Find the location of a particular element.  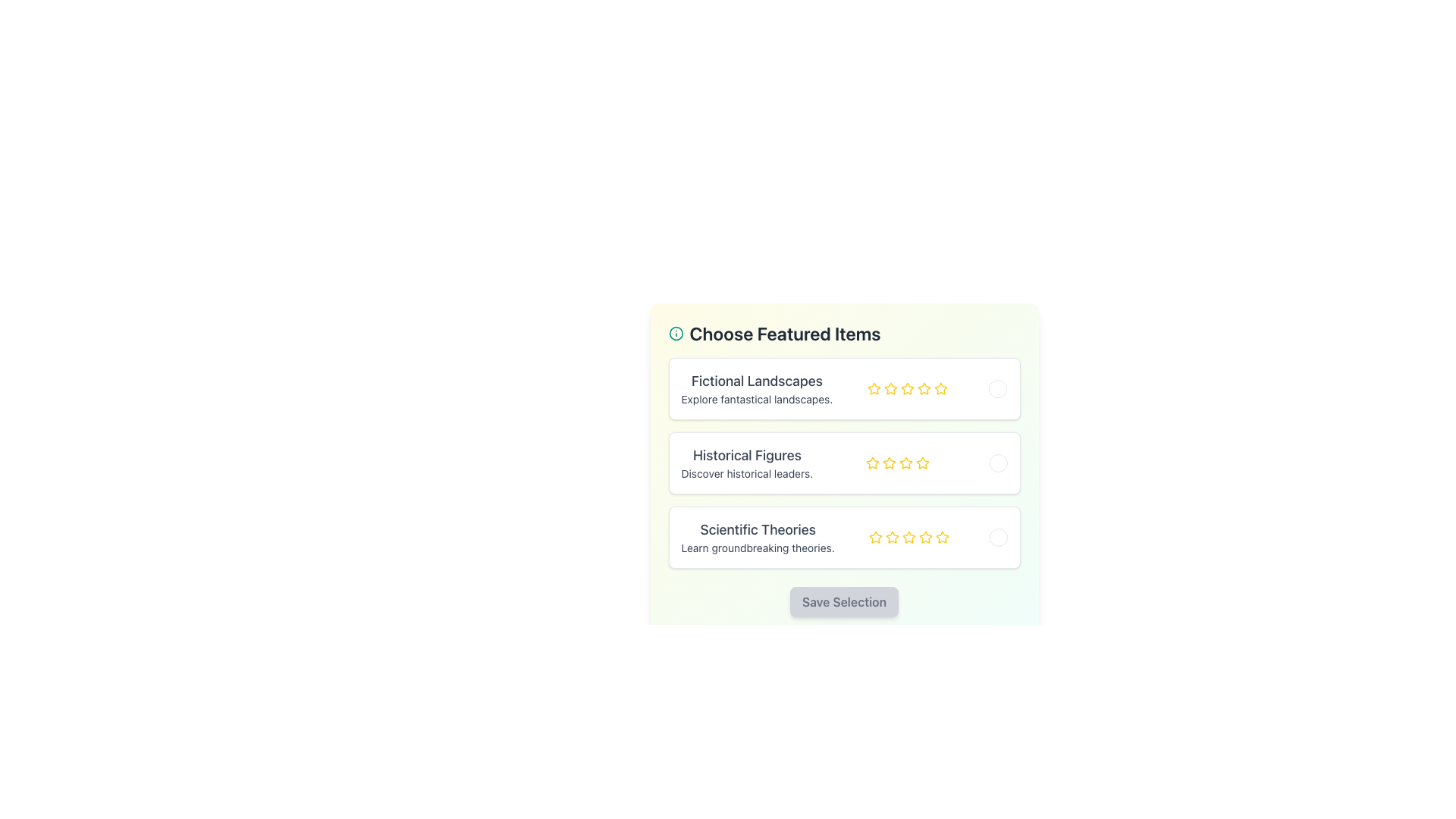

the fifth star in the rating system for the category 'Fictional Landscapes' is located at coordinates (940, 388).